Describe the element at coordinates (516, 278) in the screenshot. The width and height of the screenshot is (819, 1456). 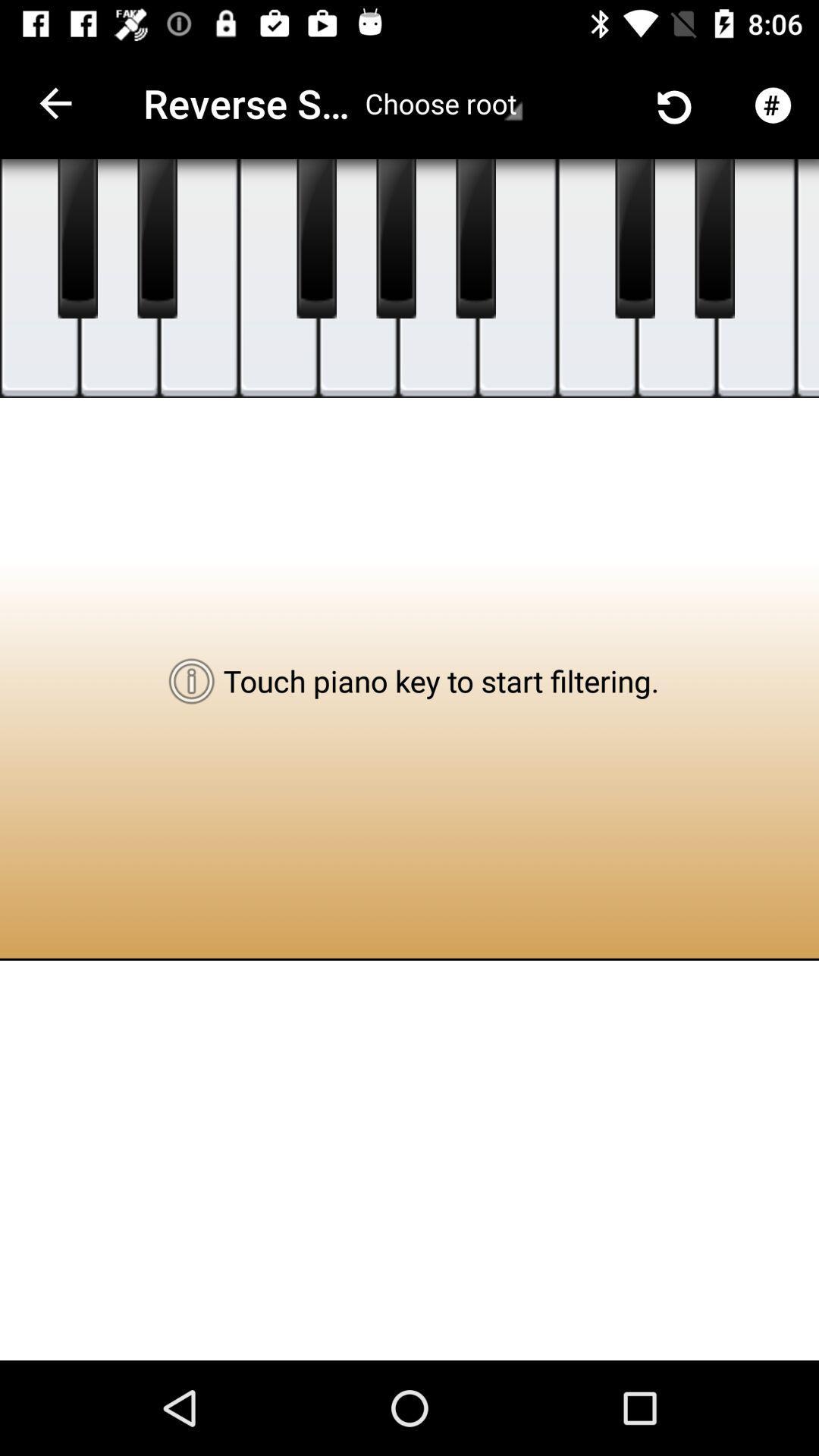
I see `touch this key` at that location.